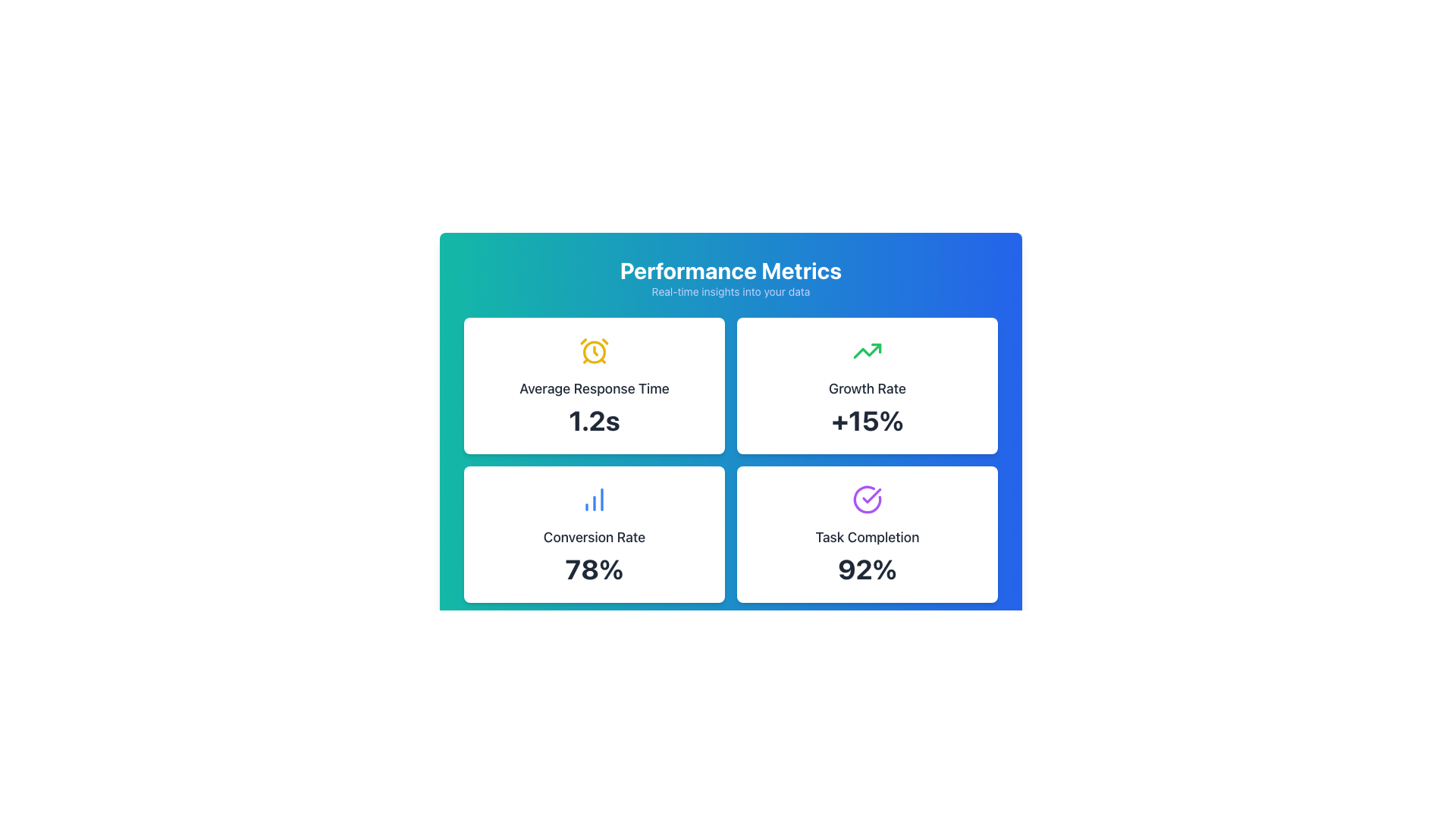  I want to click on the text label displaying '+15%' in bold black font, located within the 'Growth Rate' card in the metrics dashboard, so click(867, 421).